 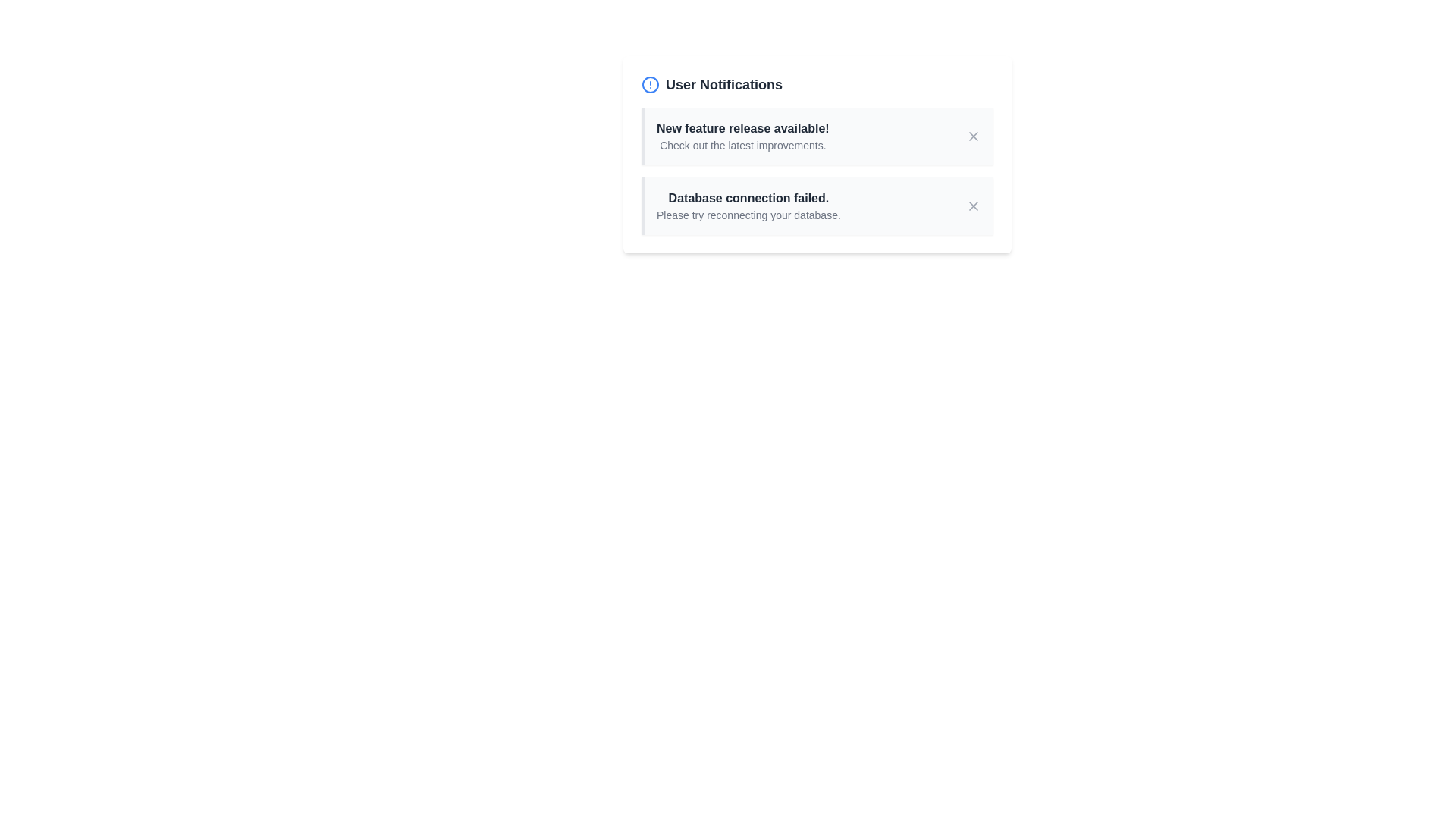 I want to click on the dismiss Icon button located at the far right of the notification bar announcing 'New feature release available!', so click(x=973, y=136).